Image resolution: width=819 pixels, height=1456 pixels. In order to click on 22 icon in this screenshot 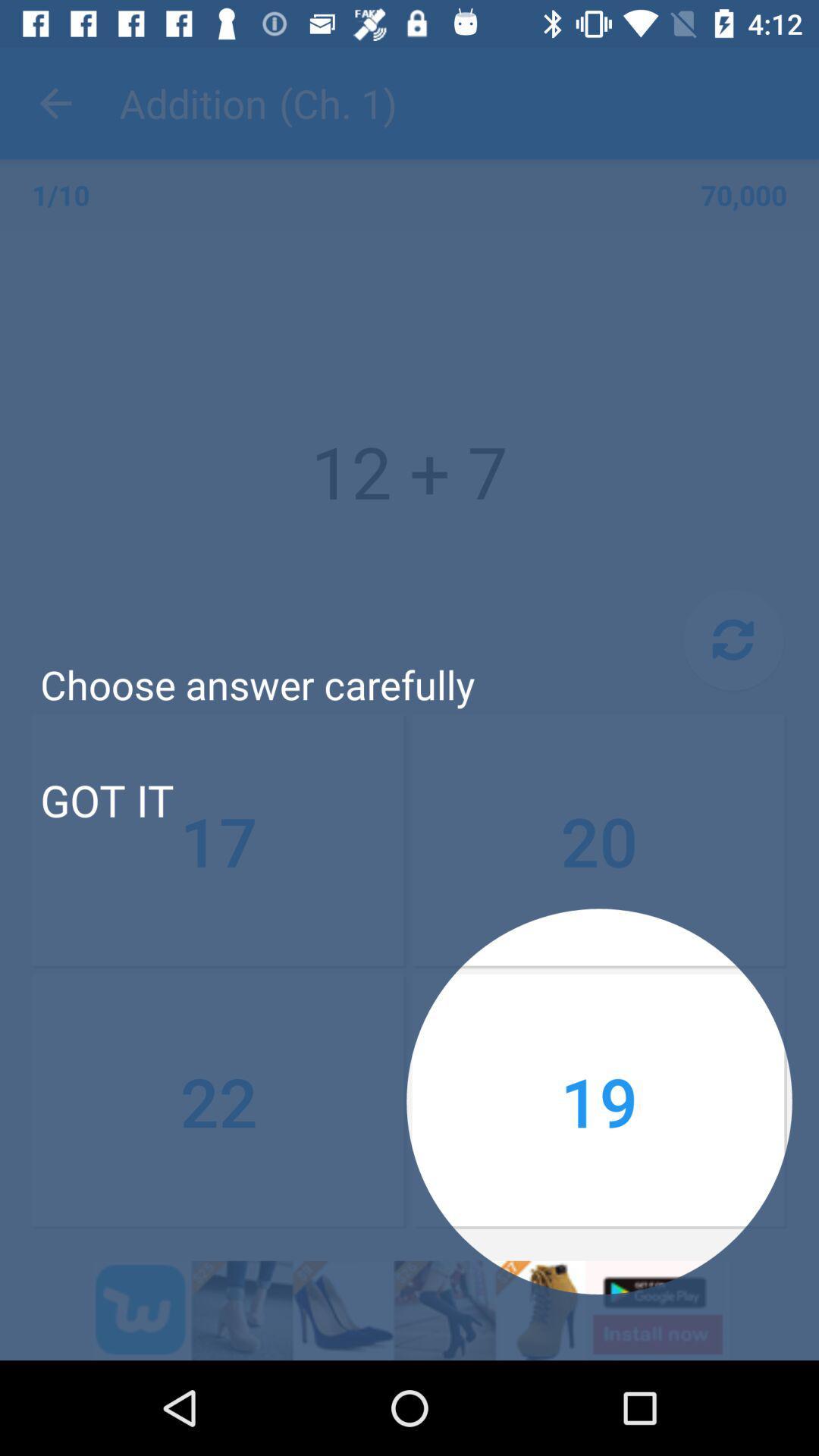, I will do `click(219, 1101)`.